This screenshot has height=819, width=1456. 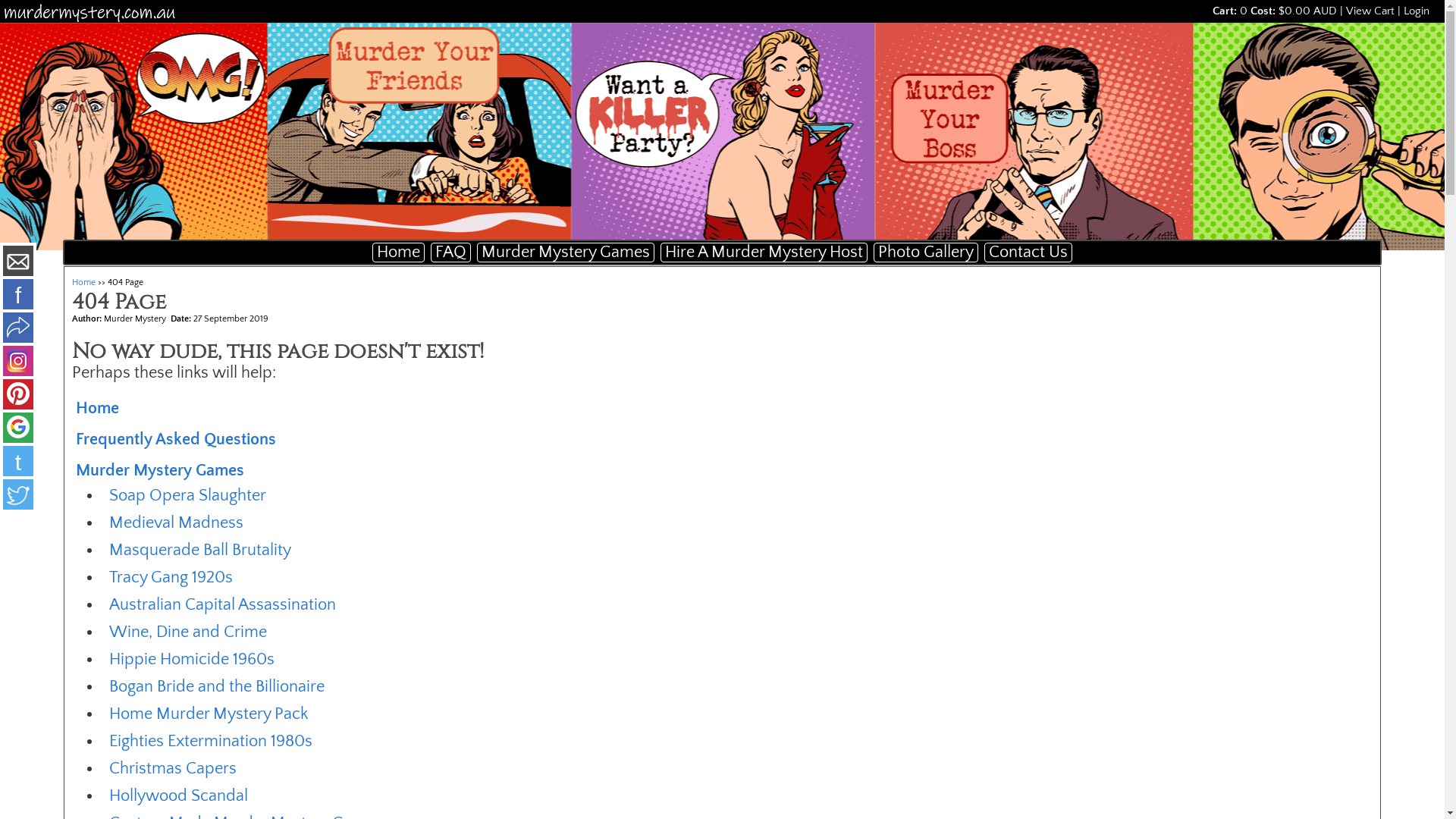 I want to click on 'FAQ', so click(x=450, y=251).